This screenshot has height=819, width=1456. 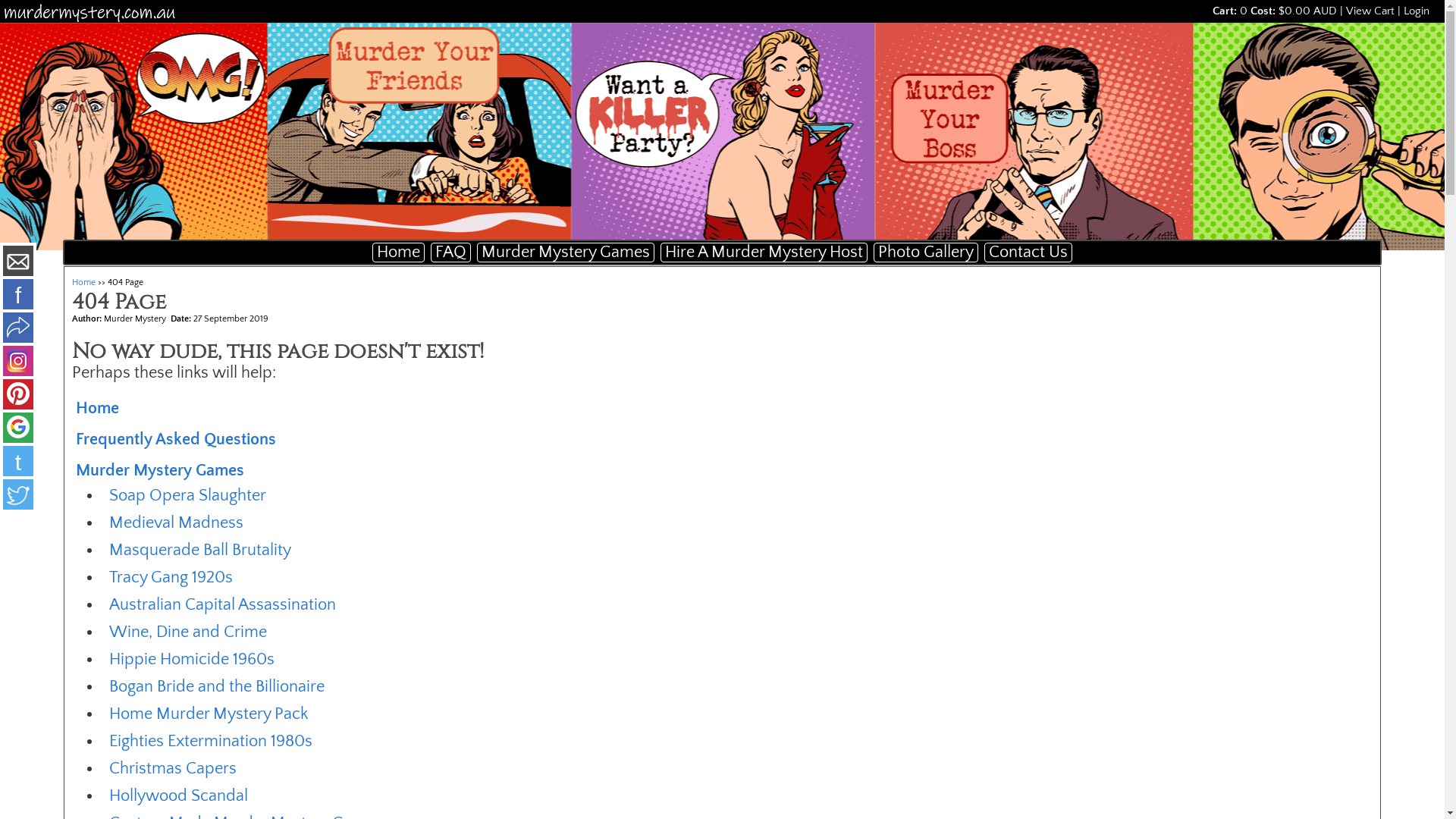 I want to click on 'FAQ', so click(x=450, y=251).